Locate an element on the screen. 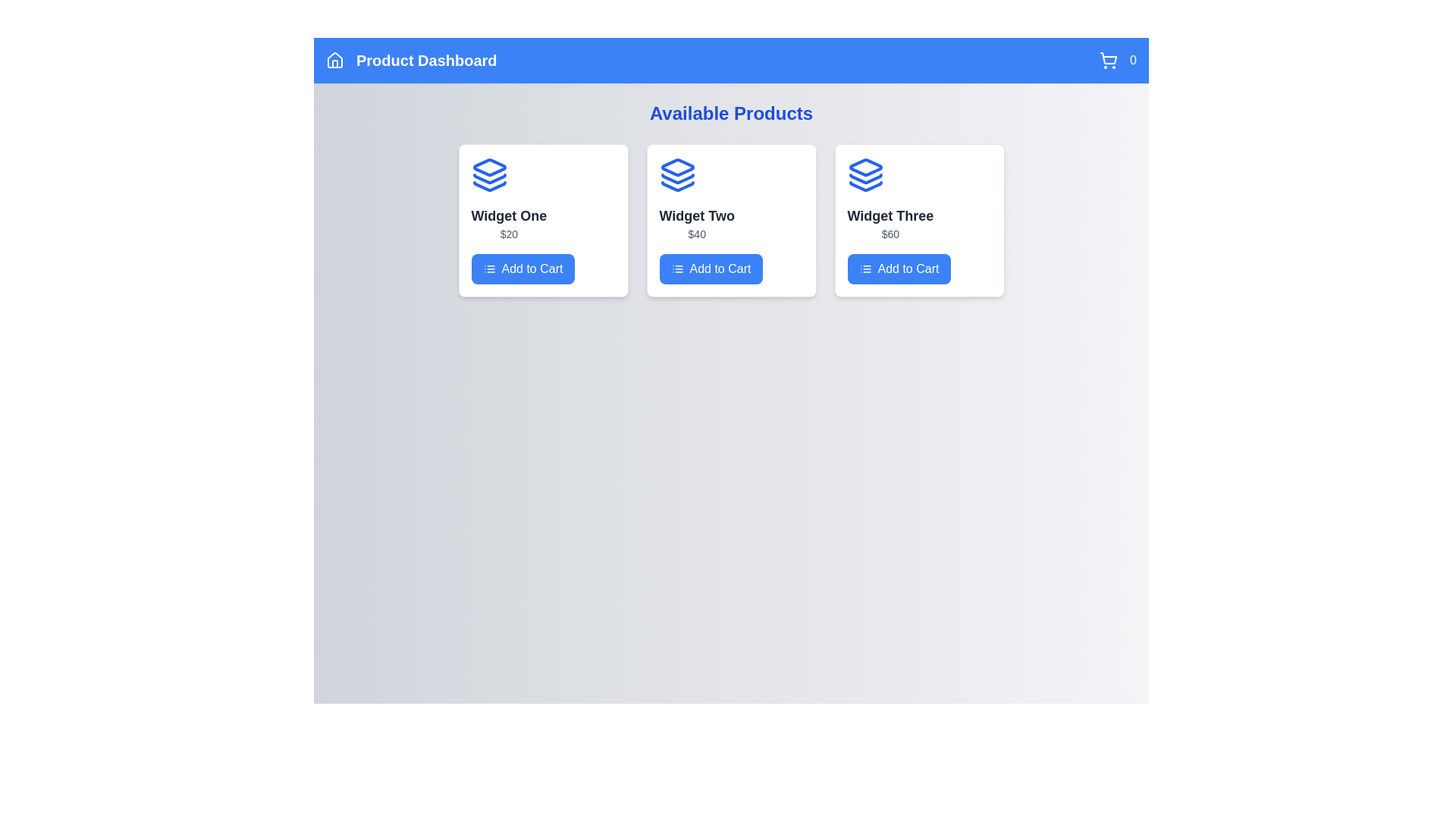  the shopping cart icon on the far-right side of the blue header bar is located at coordinates (1118, 60).